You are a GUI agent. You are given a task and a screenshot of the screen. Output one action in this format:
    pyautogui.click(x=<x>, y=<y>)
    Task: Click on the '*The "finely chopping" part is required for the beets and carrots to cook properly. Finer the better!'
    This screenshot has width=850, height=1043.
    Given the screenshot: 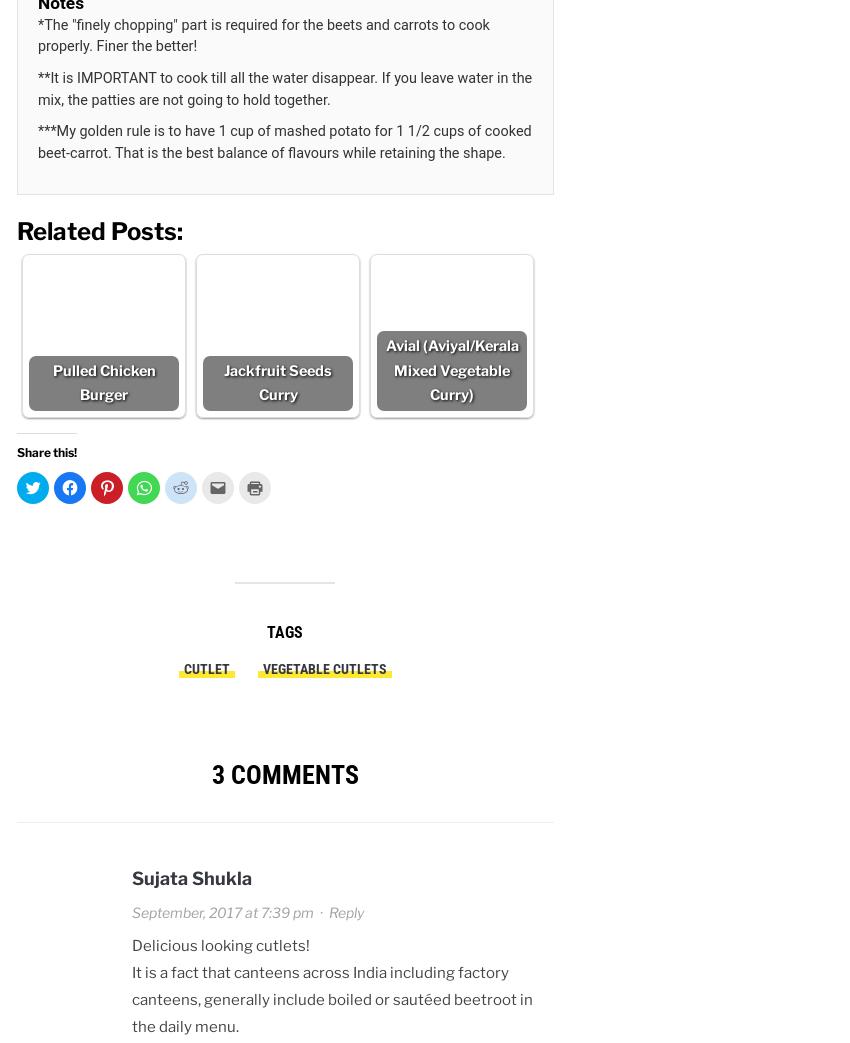 What is the action you would take?
    pyautogui.click(x=262, y=34)
    